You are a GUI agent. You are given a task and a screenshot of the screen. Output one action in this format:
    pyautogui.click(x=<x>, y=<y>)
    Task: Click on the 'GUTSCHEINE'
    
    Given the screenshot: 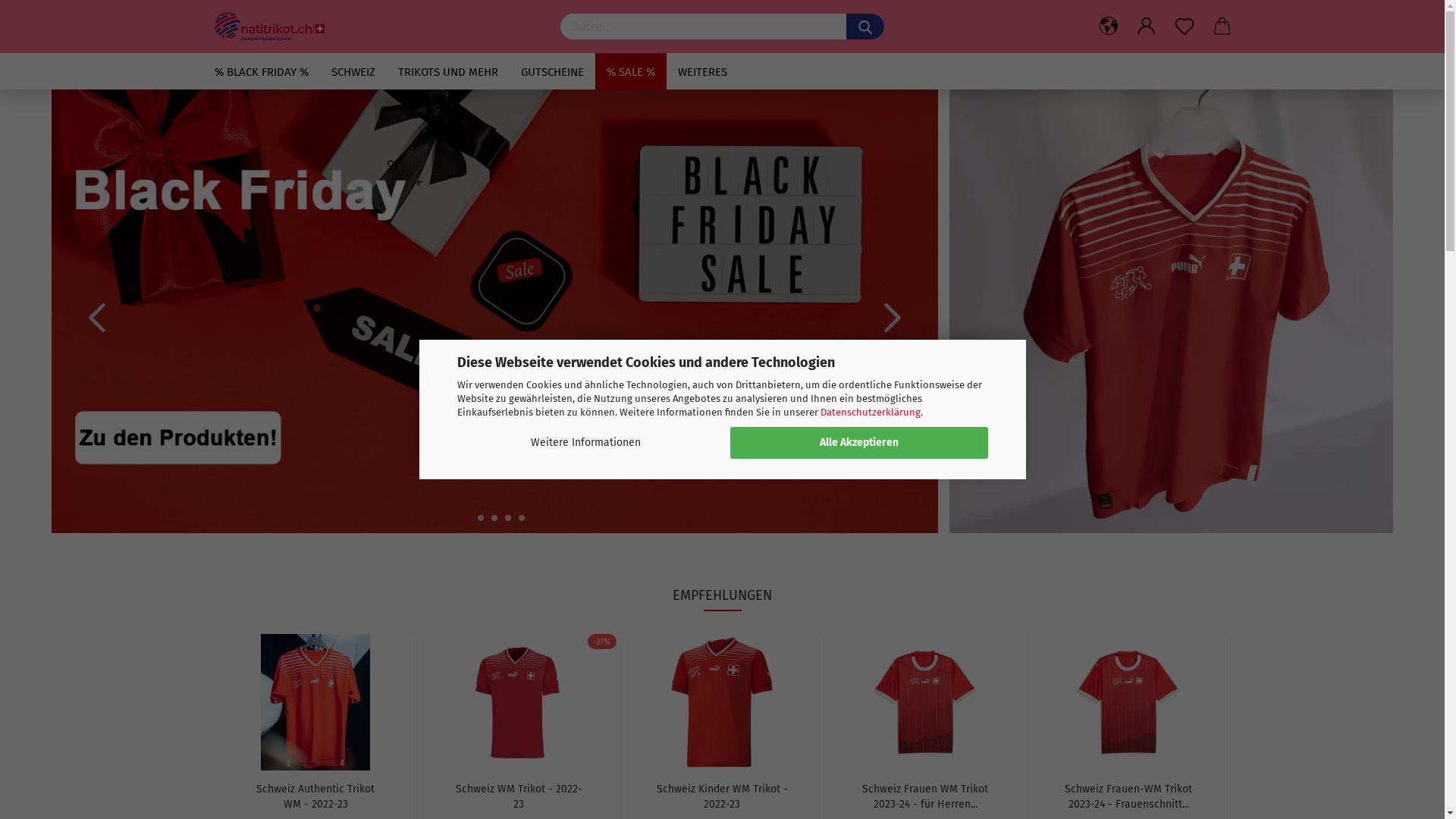 What is the action you would take?
    pyautogui.click(x=551, y=71)
    